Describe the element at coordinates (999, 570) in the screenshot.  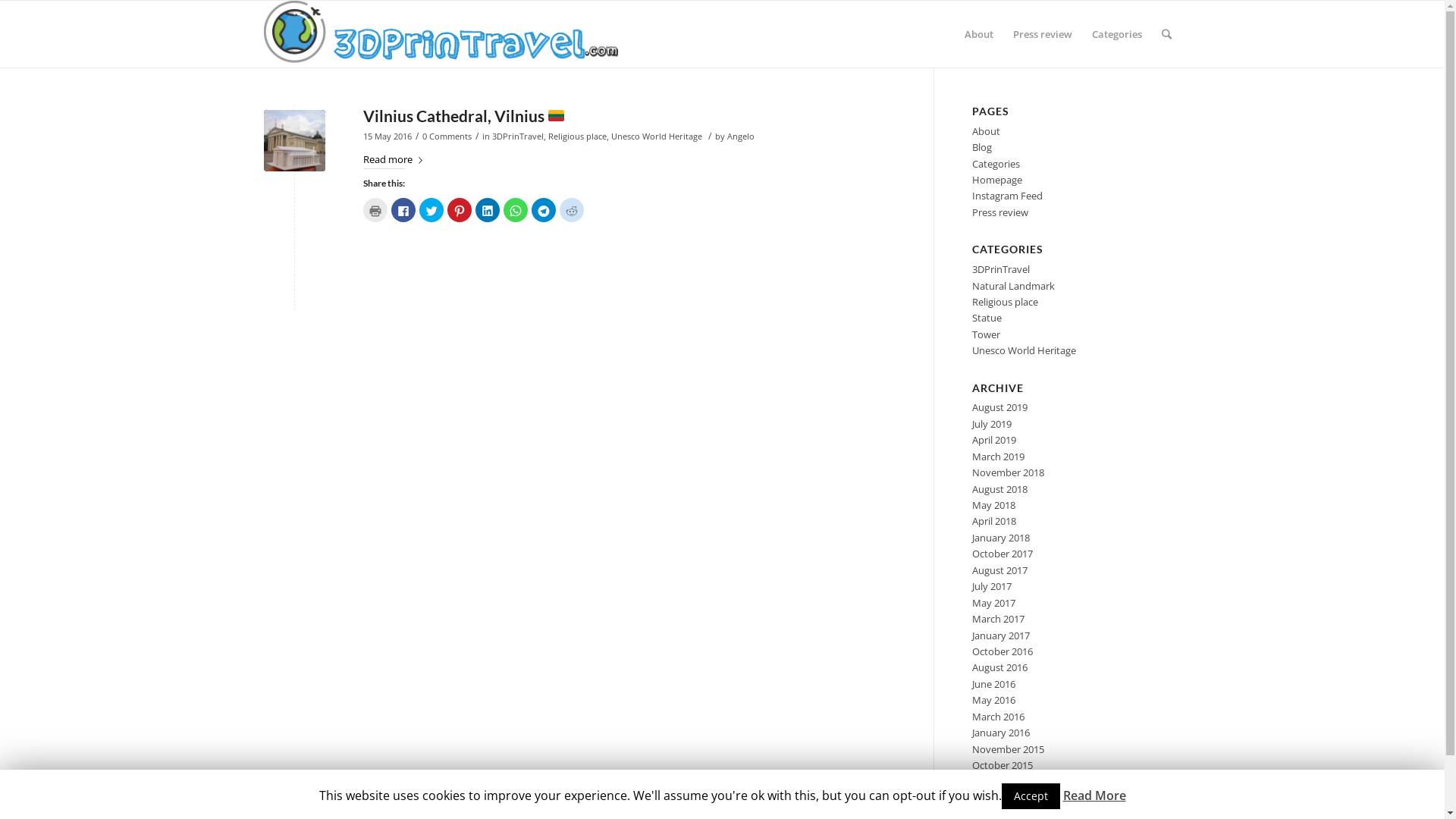
I see `'August 2017'` at that location.